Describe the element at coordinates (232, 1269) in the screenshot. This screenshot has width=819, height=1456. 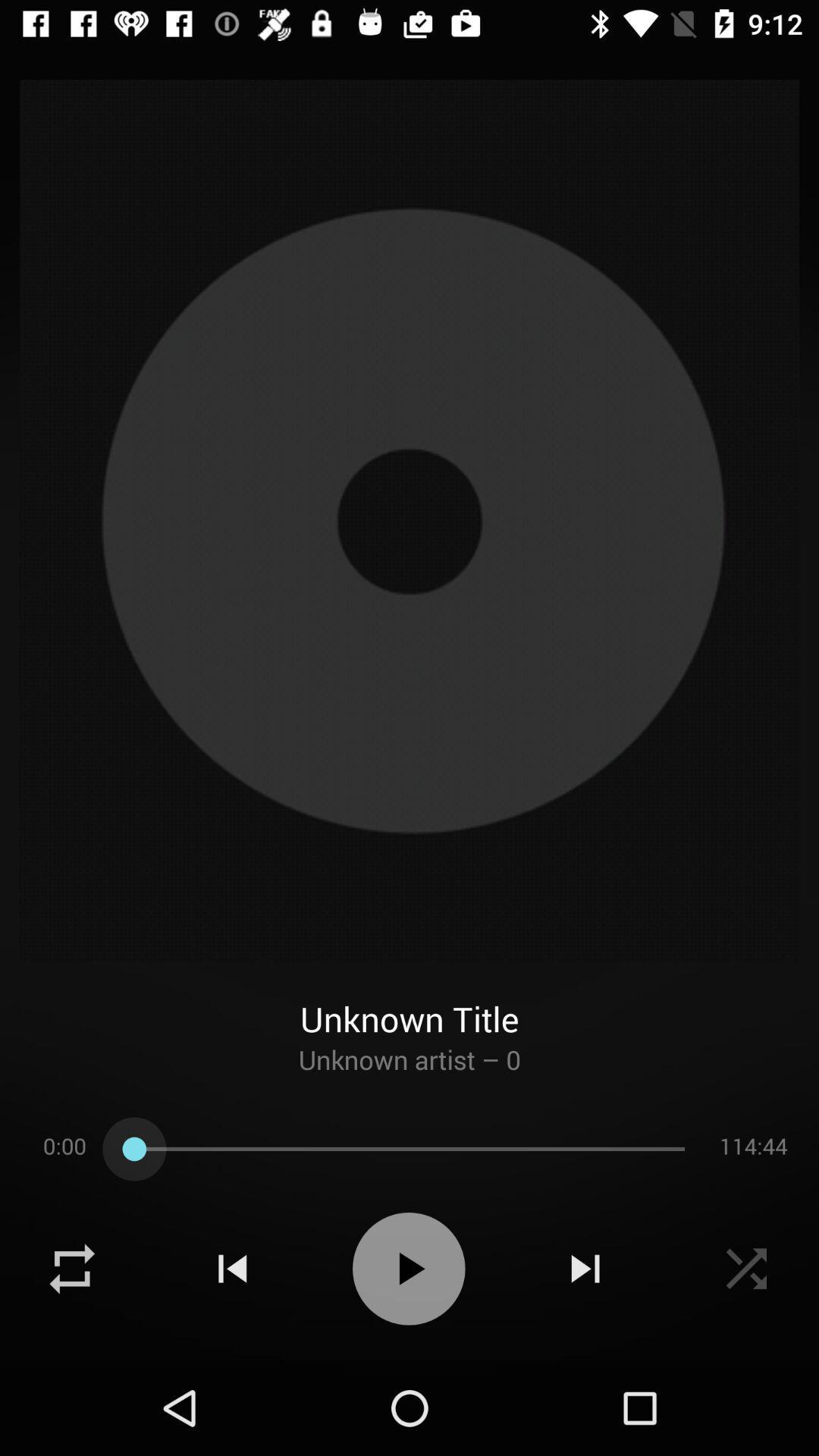
I see `previous song` at that location.